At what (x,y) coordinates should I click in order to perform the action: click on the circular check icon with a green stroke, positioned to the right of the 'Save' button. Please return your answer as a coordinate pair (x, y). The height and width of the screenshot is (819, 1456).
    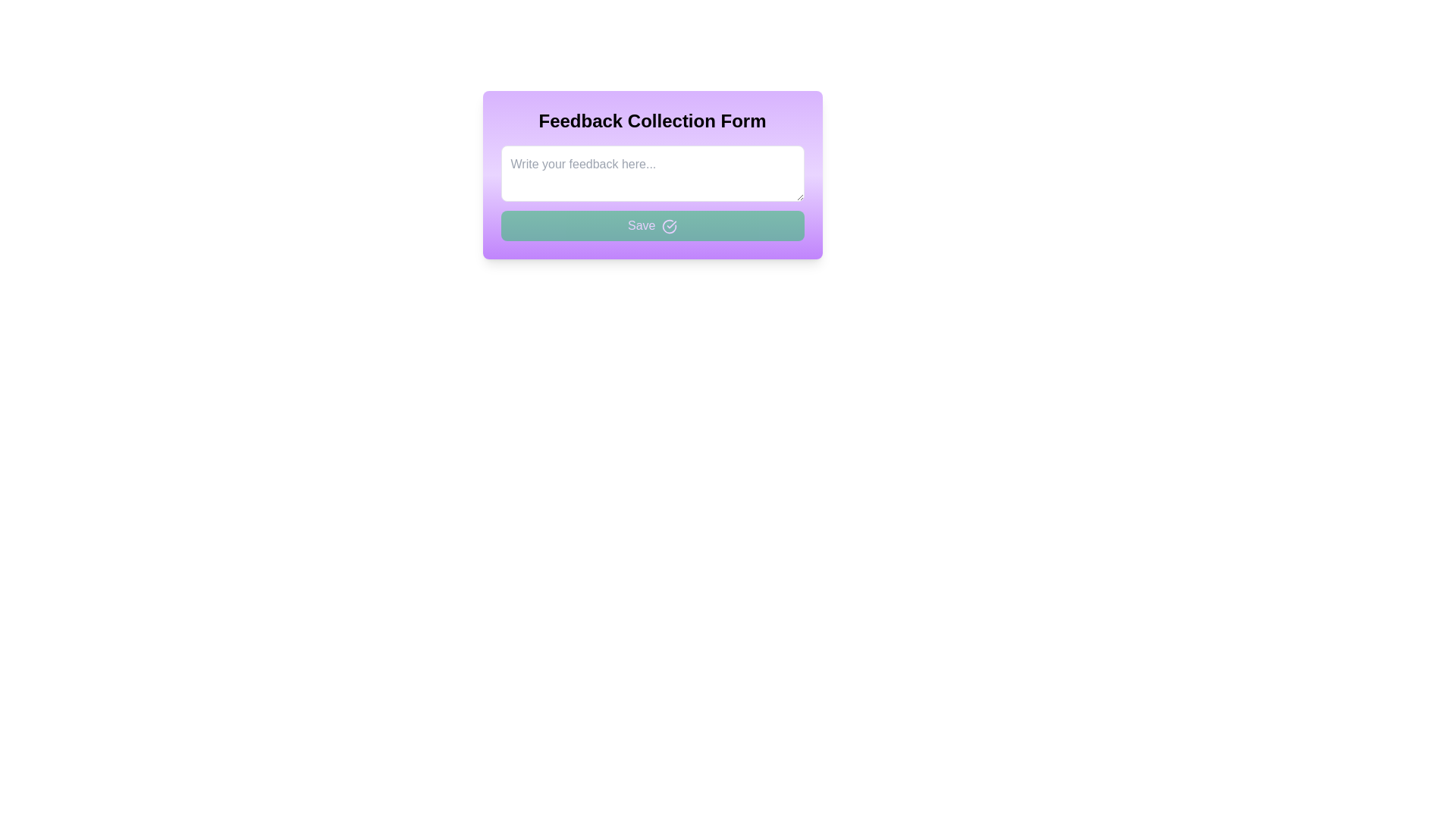
    Looking at the image, I should click on (669, 226).